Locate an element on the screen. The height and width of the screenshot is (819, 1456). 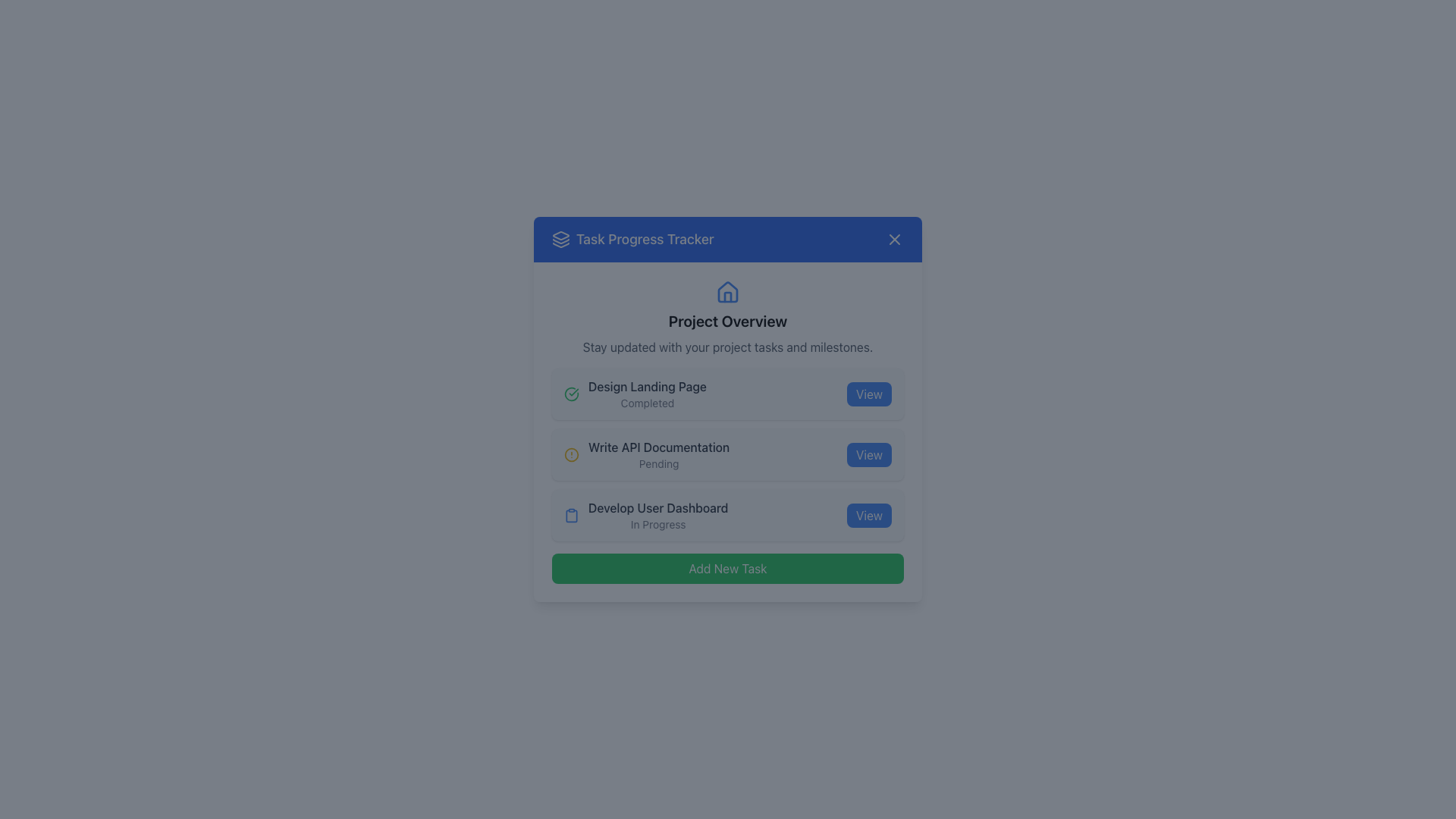
the decorative SVG icon located in the header section of the modal box, positioned to the left of the text 'Task Progress Tracker' is located at coordinates (560, 239).